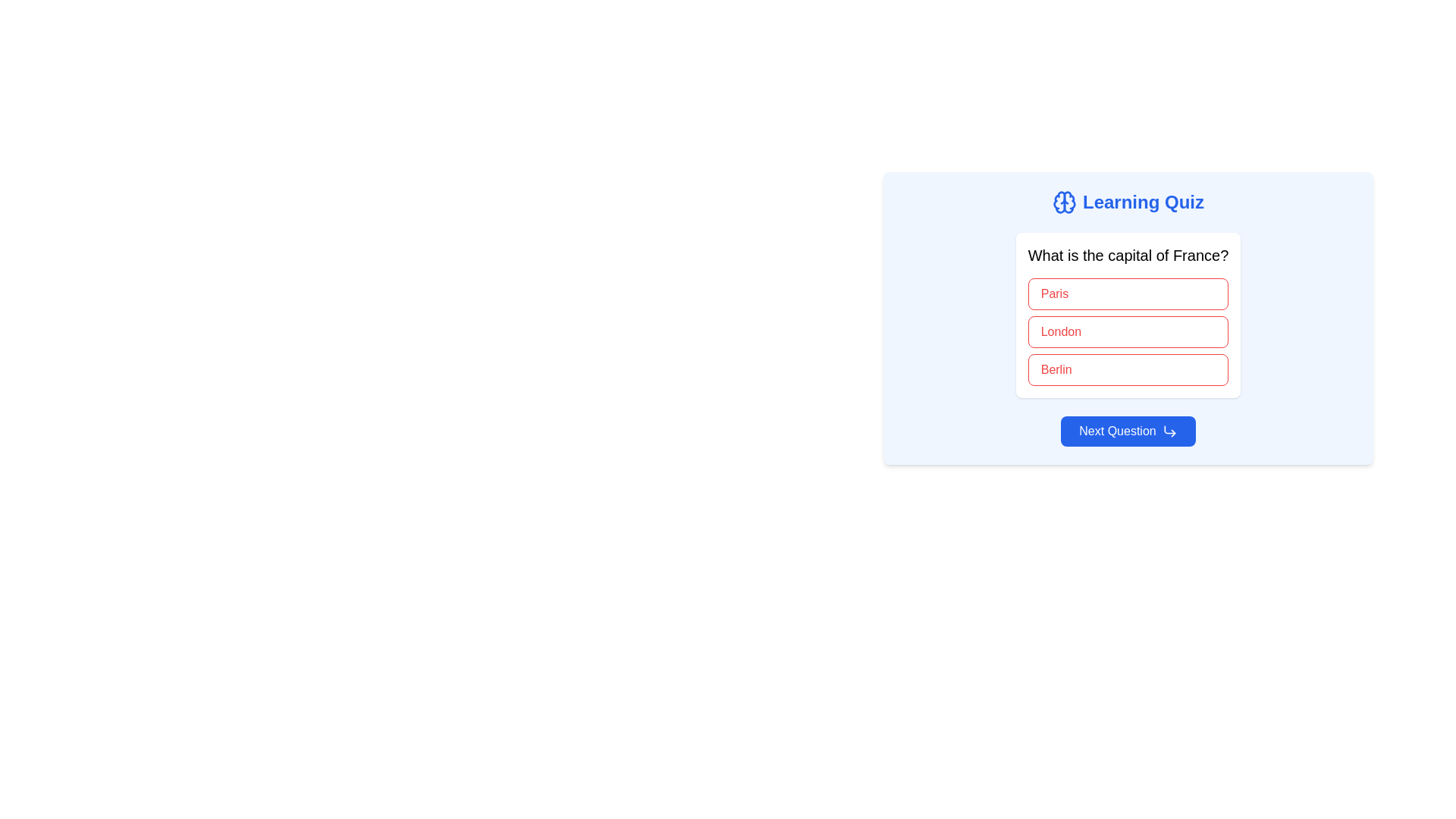 The height and width of the screenshot is (819, 1456). I want to click on the button labeled 'London', which is the second button in a vertical stack of three buttons, to change its background color to light blue, so click(1128, 331).